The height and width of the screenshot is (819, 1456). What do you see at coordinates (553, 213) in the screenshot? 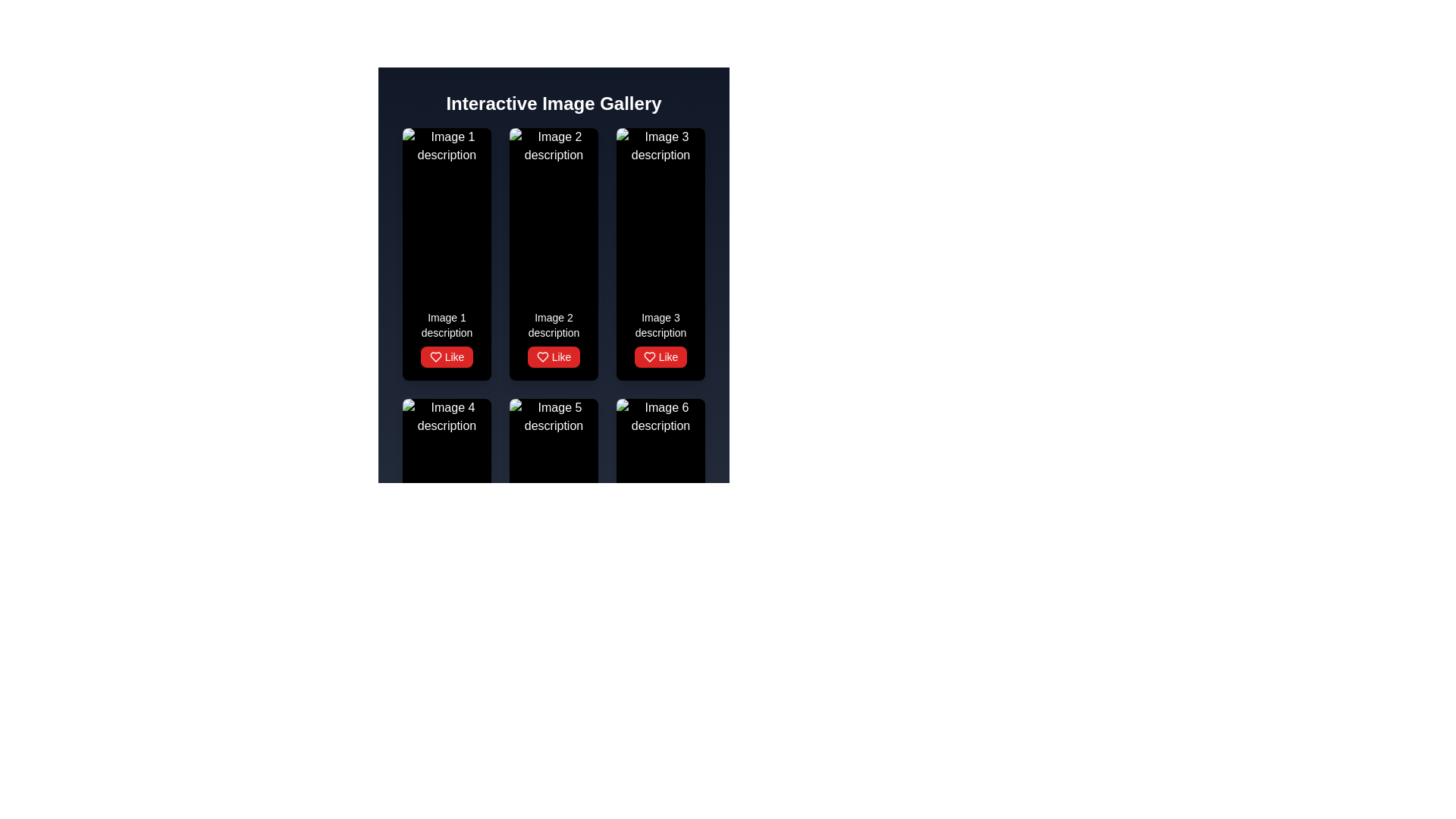
I see `the first image in the second card of a grid layout` at bounding box center [553, 213].